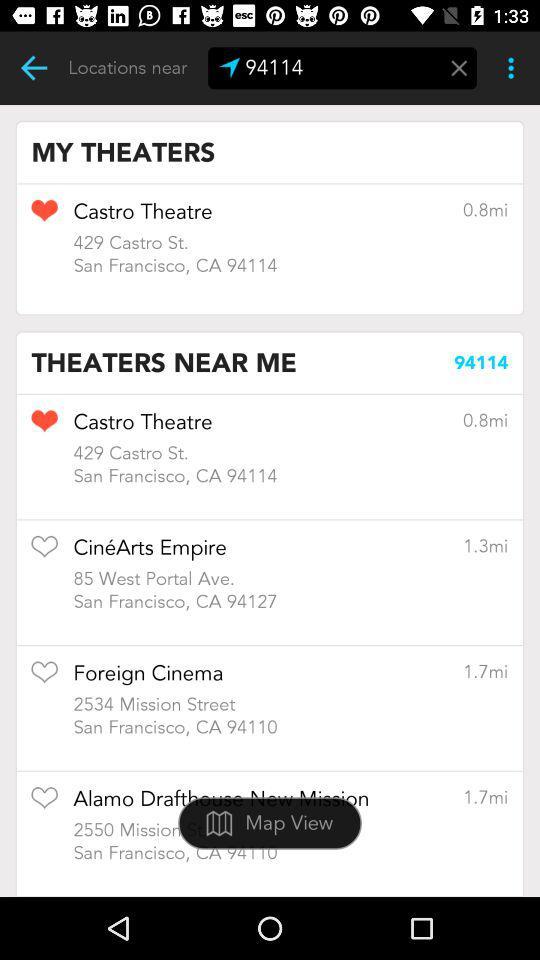 Image resolution: width=540 pixels, height=960 pixels. Describe the element at coordinates (33, 68) in the screenshot. I see `go back` at that location.